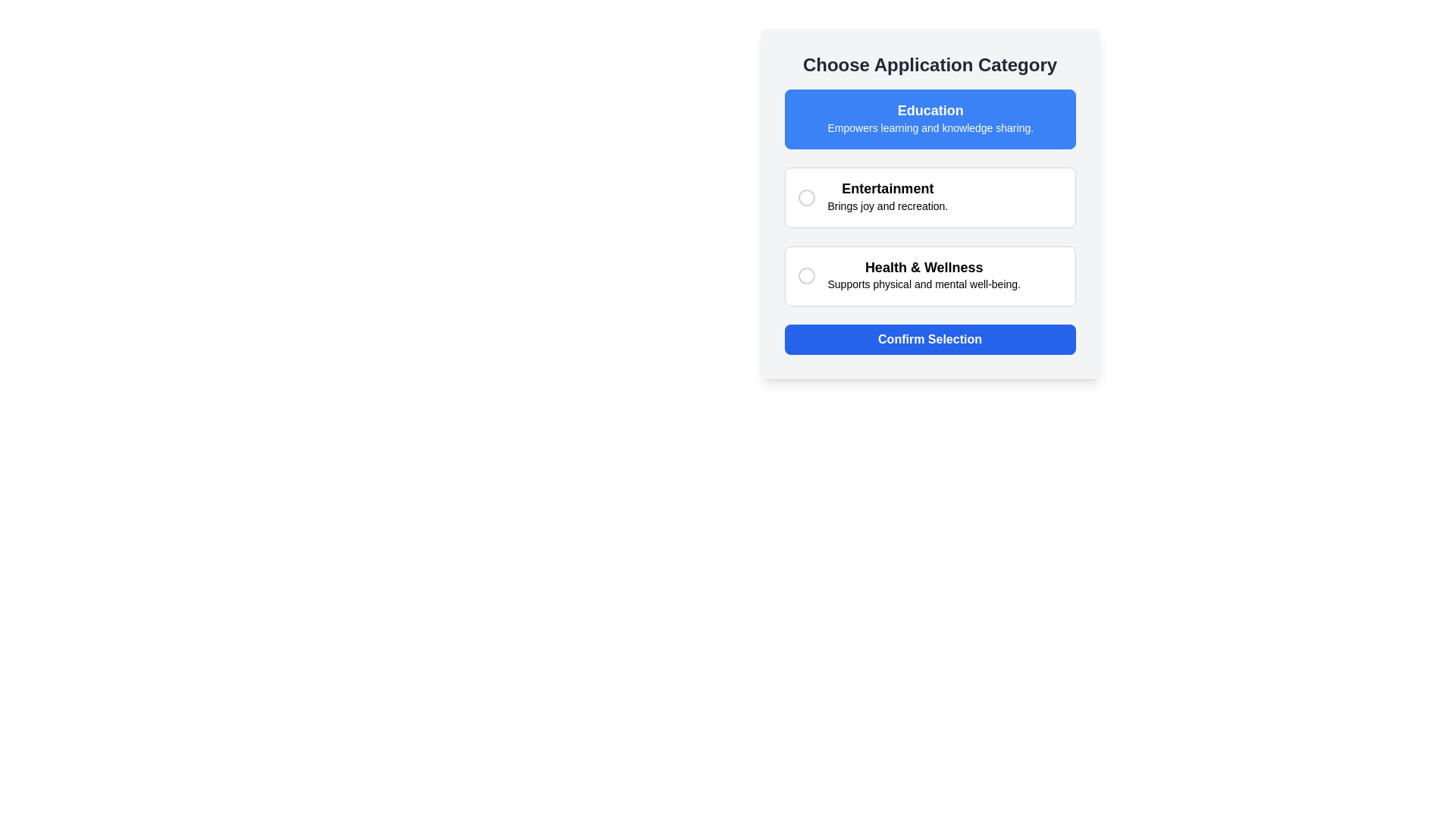 This screenshot has width=1456, height=819. I want to click on the bold text label reading 'Health & Wellness' located in the middle section of the selectable card, positioned beneath a radio button and above the supplementary text, so click(923, 266).